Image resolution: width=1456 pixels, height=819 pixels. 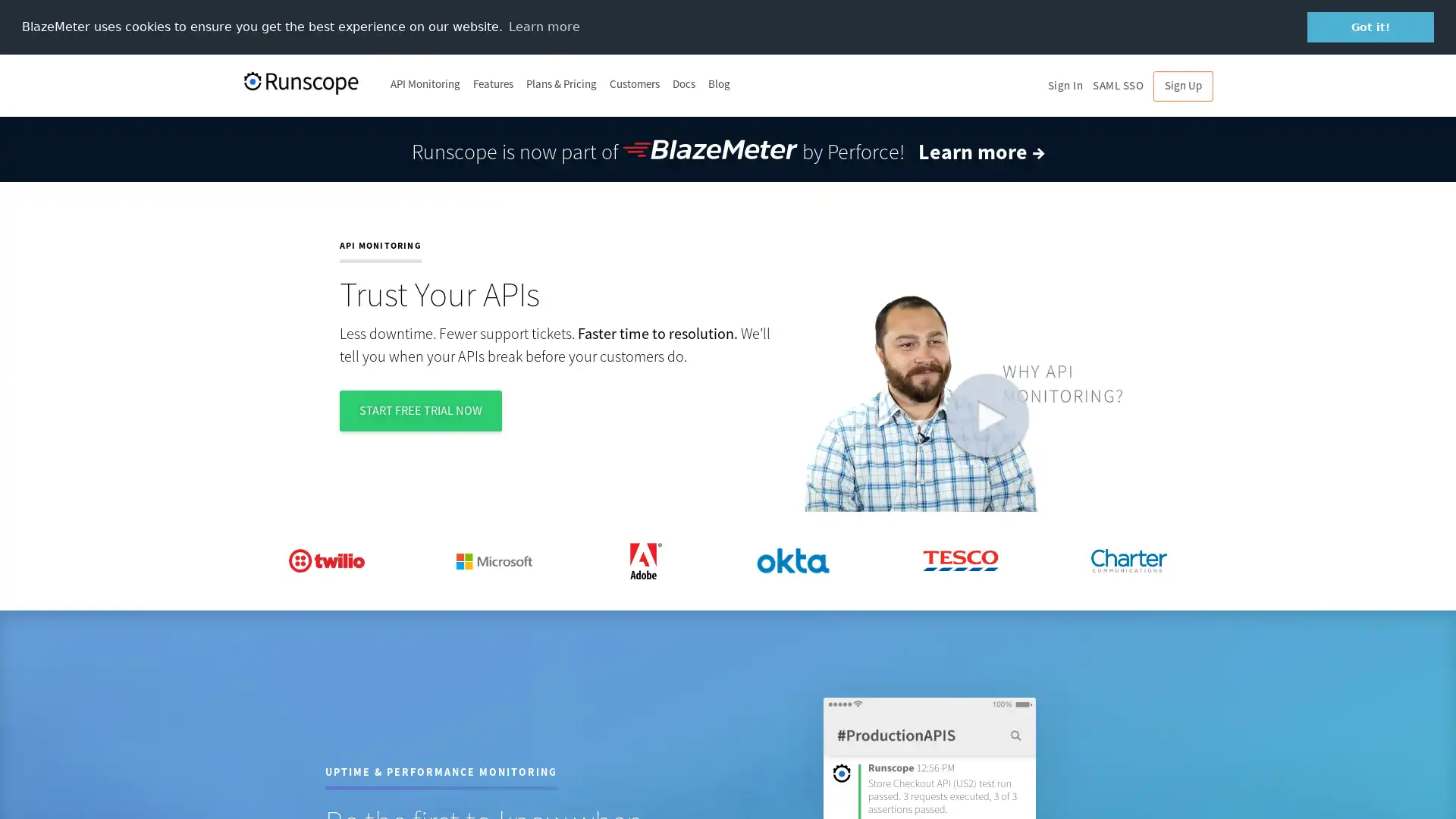 What do you see at coordinates (544, 26) in the screenshot?
I see `learn more about cookies` at bounding box center [544, 26].